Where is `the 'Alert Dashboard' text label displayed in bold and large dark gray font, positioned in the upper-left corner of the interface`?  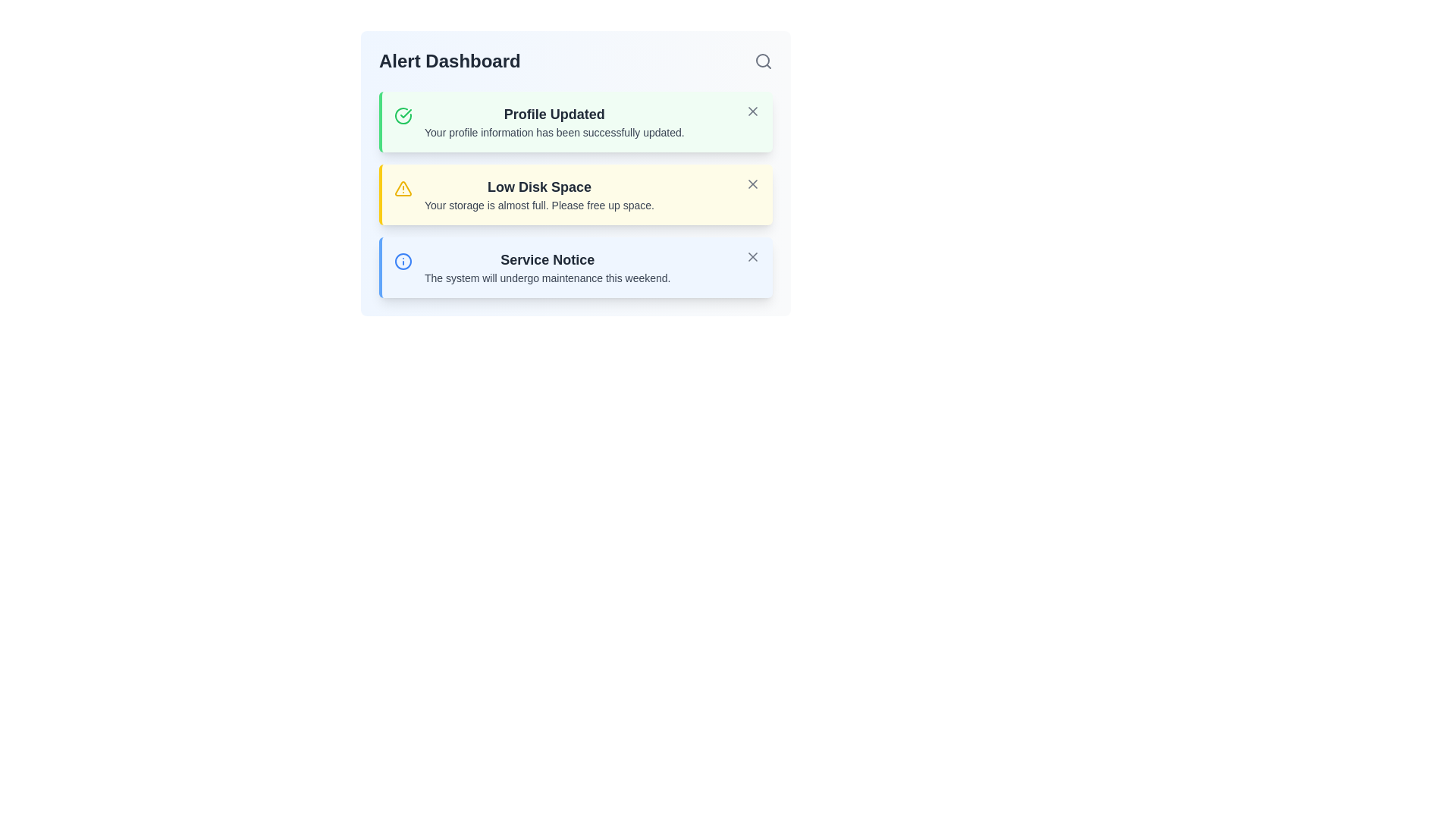 the 'Alert Dashboard' text label displayed in bold and large dark gray font, positioned in the upper-left corner of the interface is located at coordinates (449, 61).